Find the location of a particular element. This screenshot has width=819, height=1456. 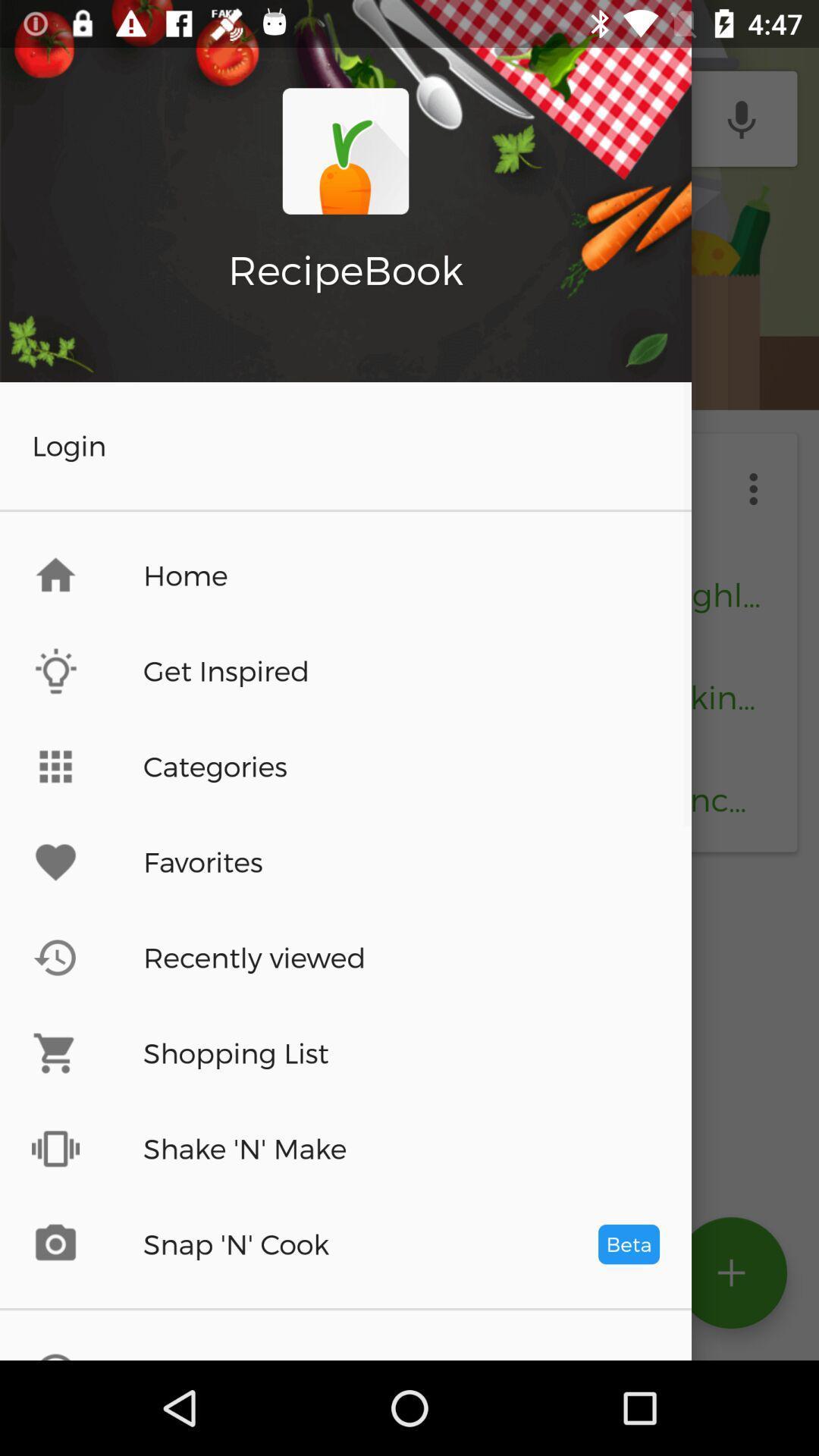

the add icon is located at coordinates (730, 1272).